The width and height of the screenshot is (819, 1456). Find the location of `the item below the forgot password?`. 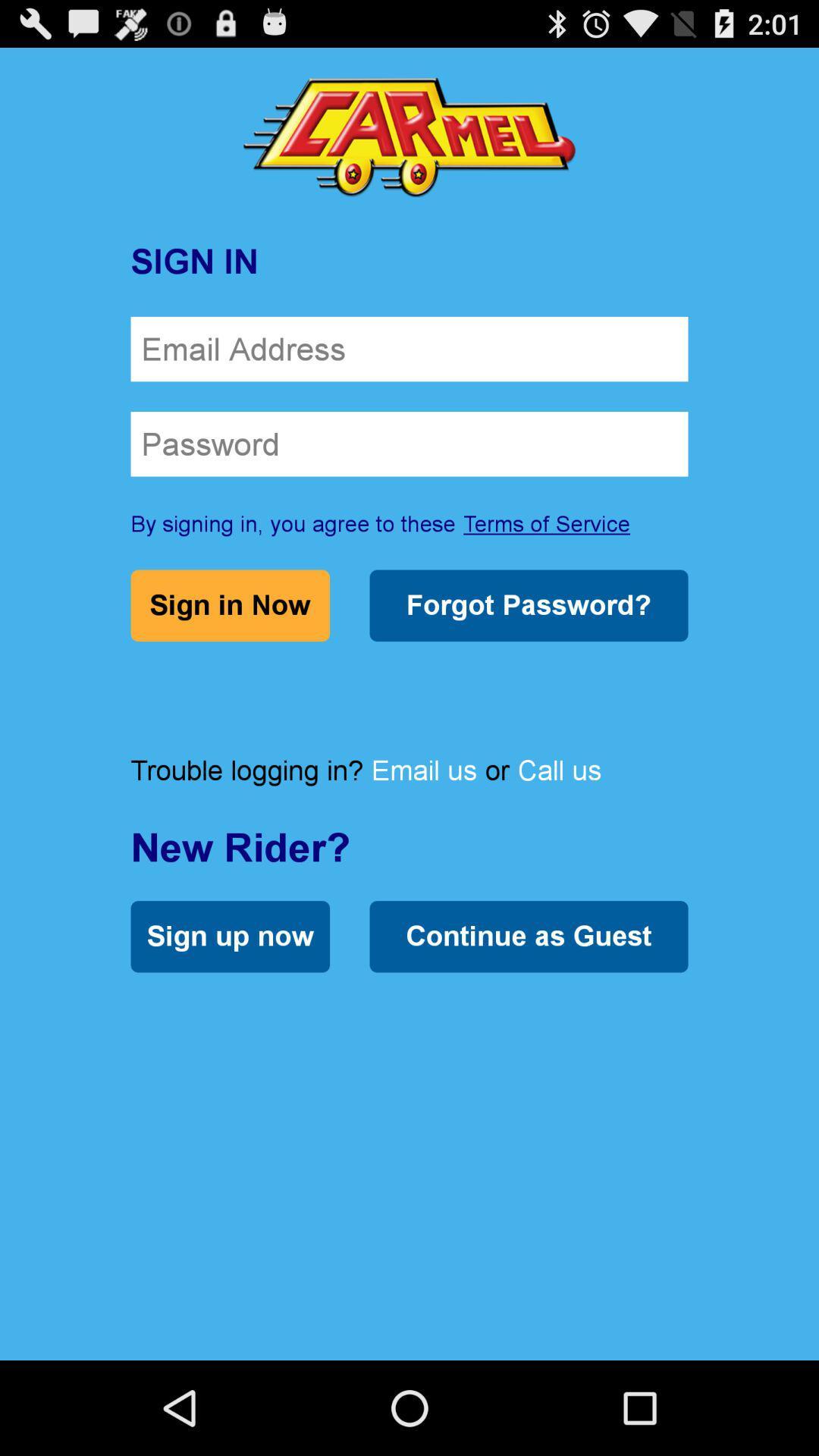

the item below the forgot password? is located at coordinates (424, 770).